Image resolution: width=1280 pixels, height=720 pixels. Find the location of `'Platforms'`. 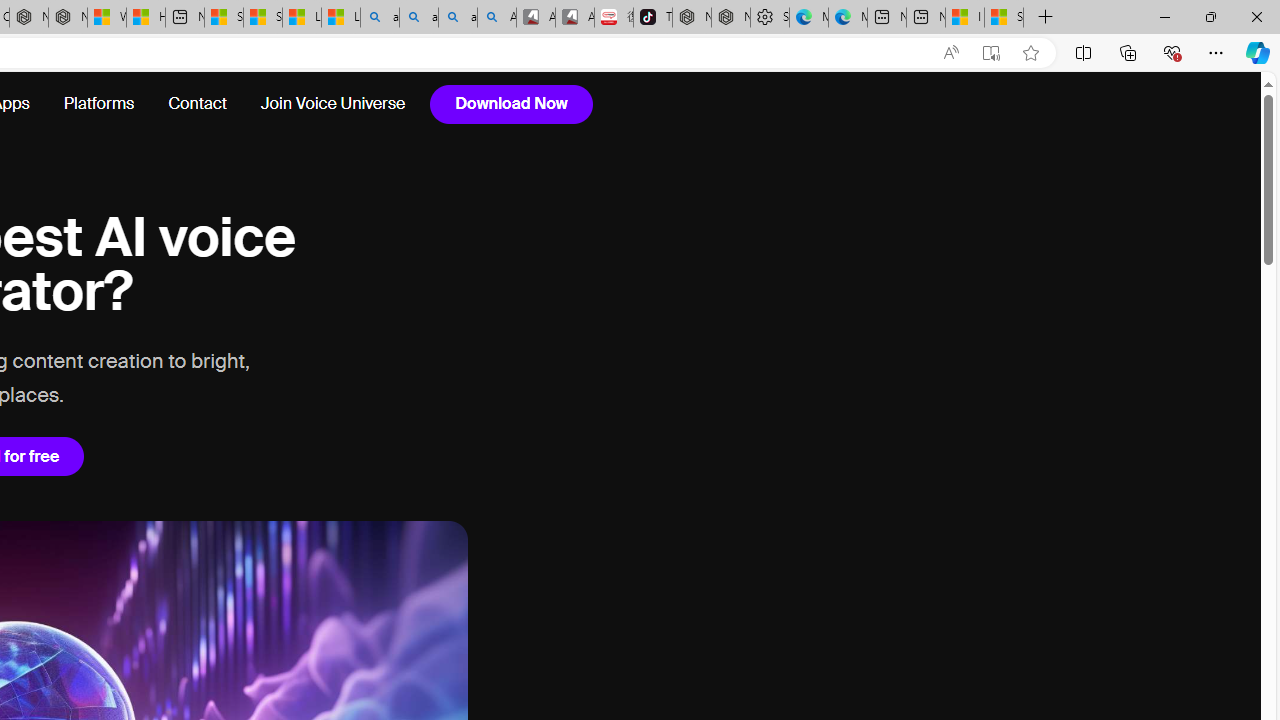

'Platforms' is located at coordinates (97, 104).